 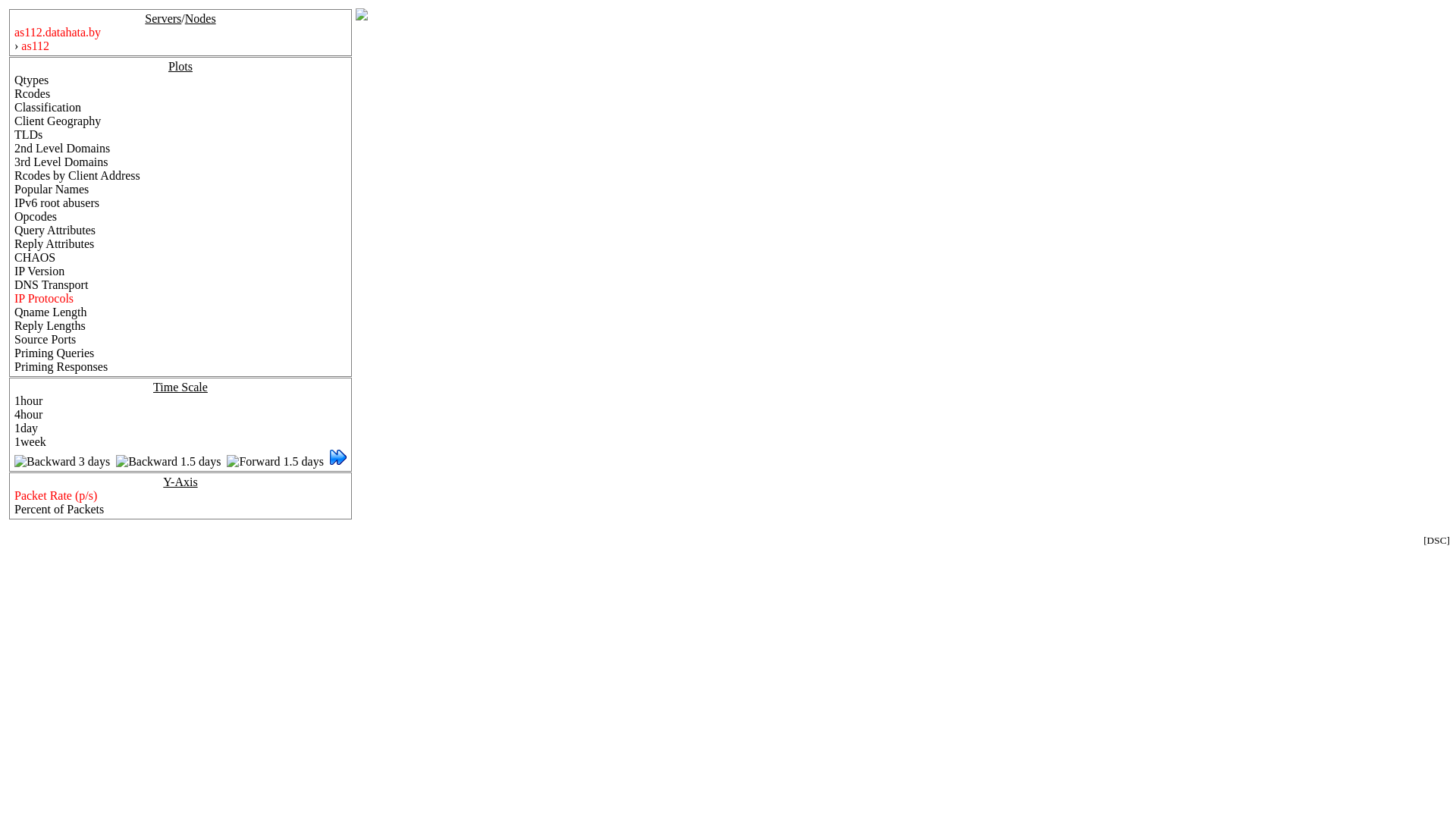 I want to click on '1day', so click(x=26, y=428).